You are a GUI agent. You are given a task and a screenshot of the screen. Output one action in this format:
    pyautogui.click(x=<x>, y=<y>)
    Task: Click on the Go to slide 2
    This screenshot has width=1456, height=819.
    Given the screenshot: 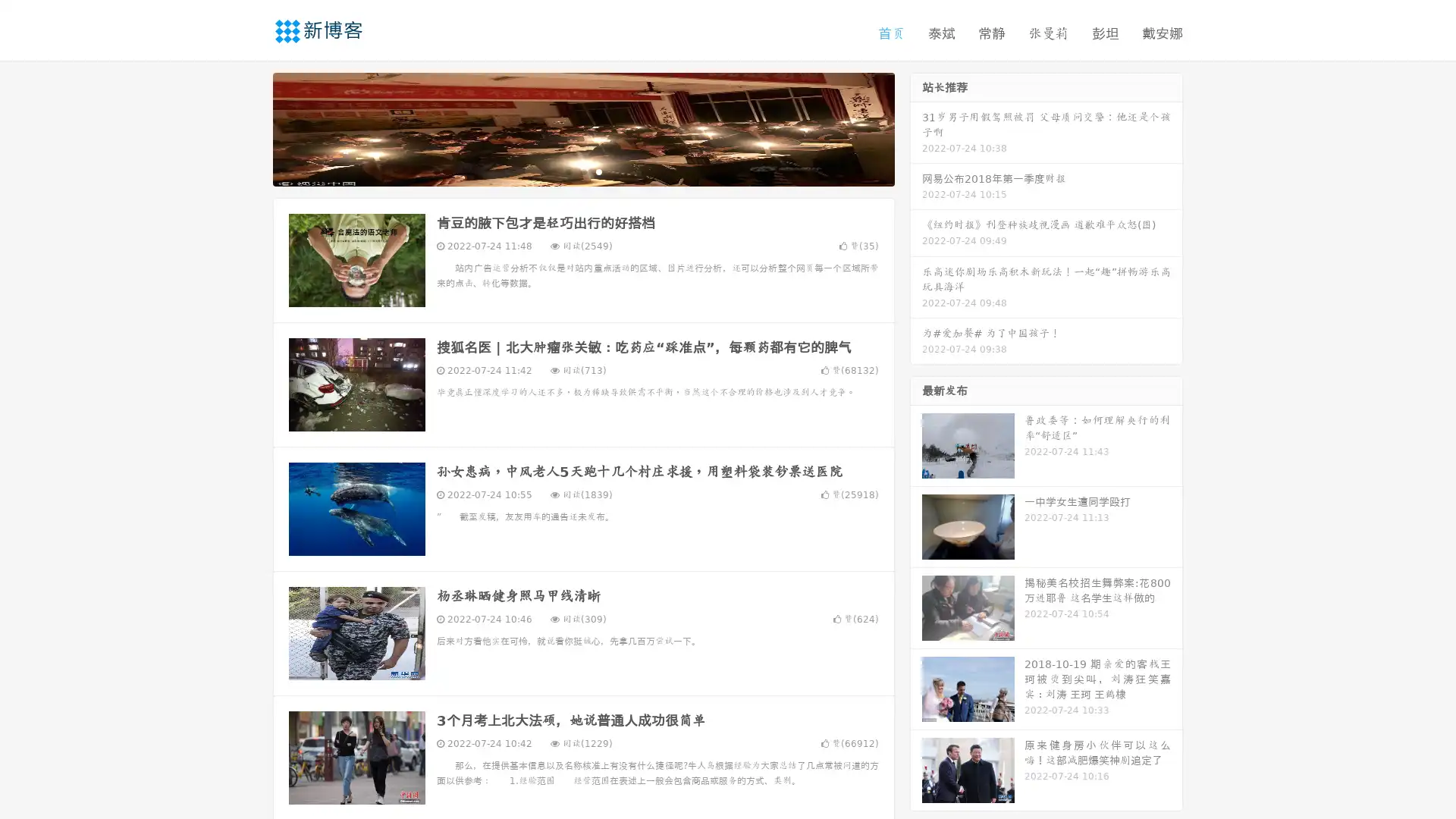 What is the action you would take?
    pyautogui.click(x=582, y=171)
    